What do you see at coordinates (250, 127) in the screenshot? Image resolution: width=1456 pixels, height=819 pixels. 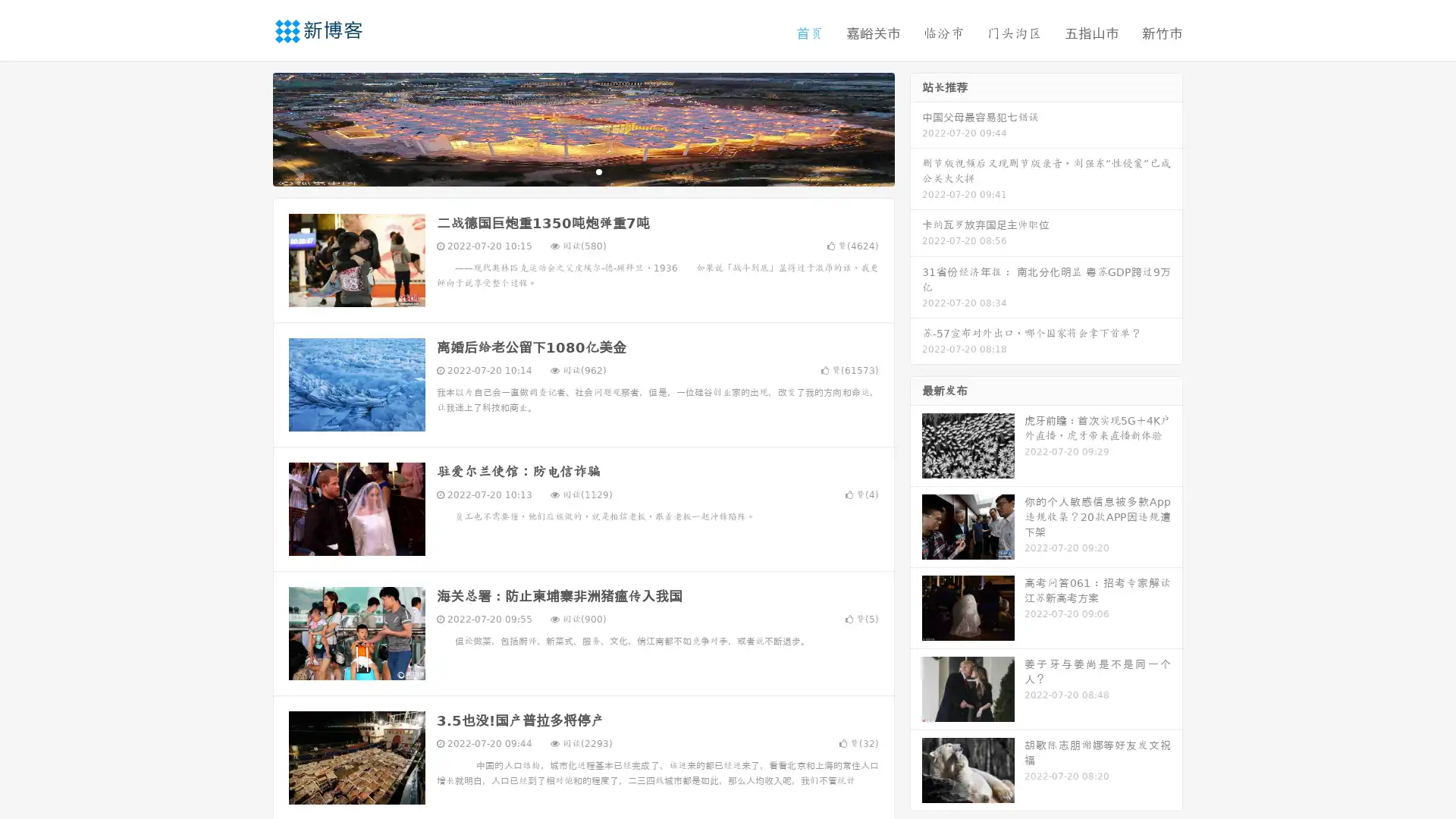 I see `Previous slide` at bounding box center [250, 127].